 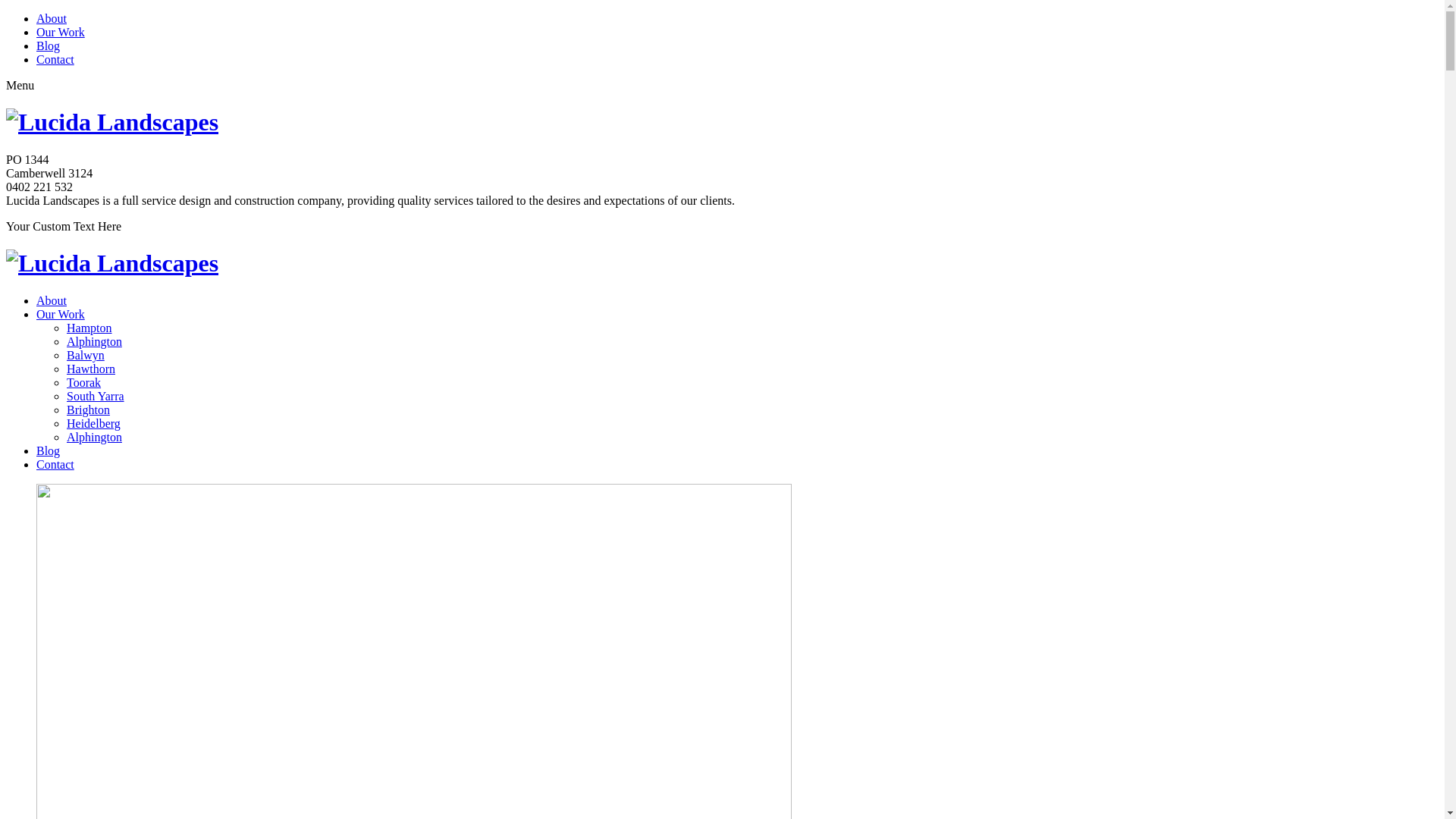 I want to click on 'Heidelberg', so click(x=93, y=423).